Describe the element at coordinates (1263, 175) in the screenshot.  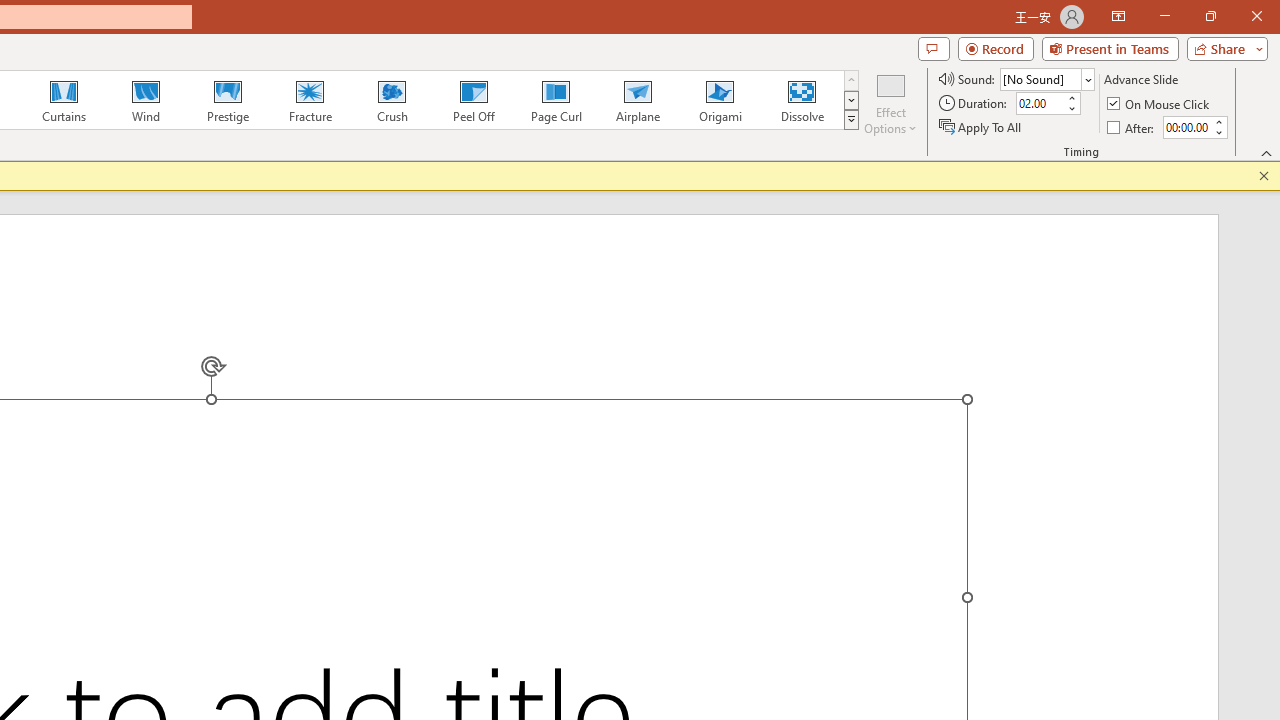
I see `'Close this message'` at that location.